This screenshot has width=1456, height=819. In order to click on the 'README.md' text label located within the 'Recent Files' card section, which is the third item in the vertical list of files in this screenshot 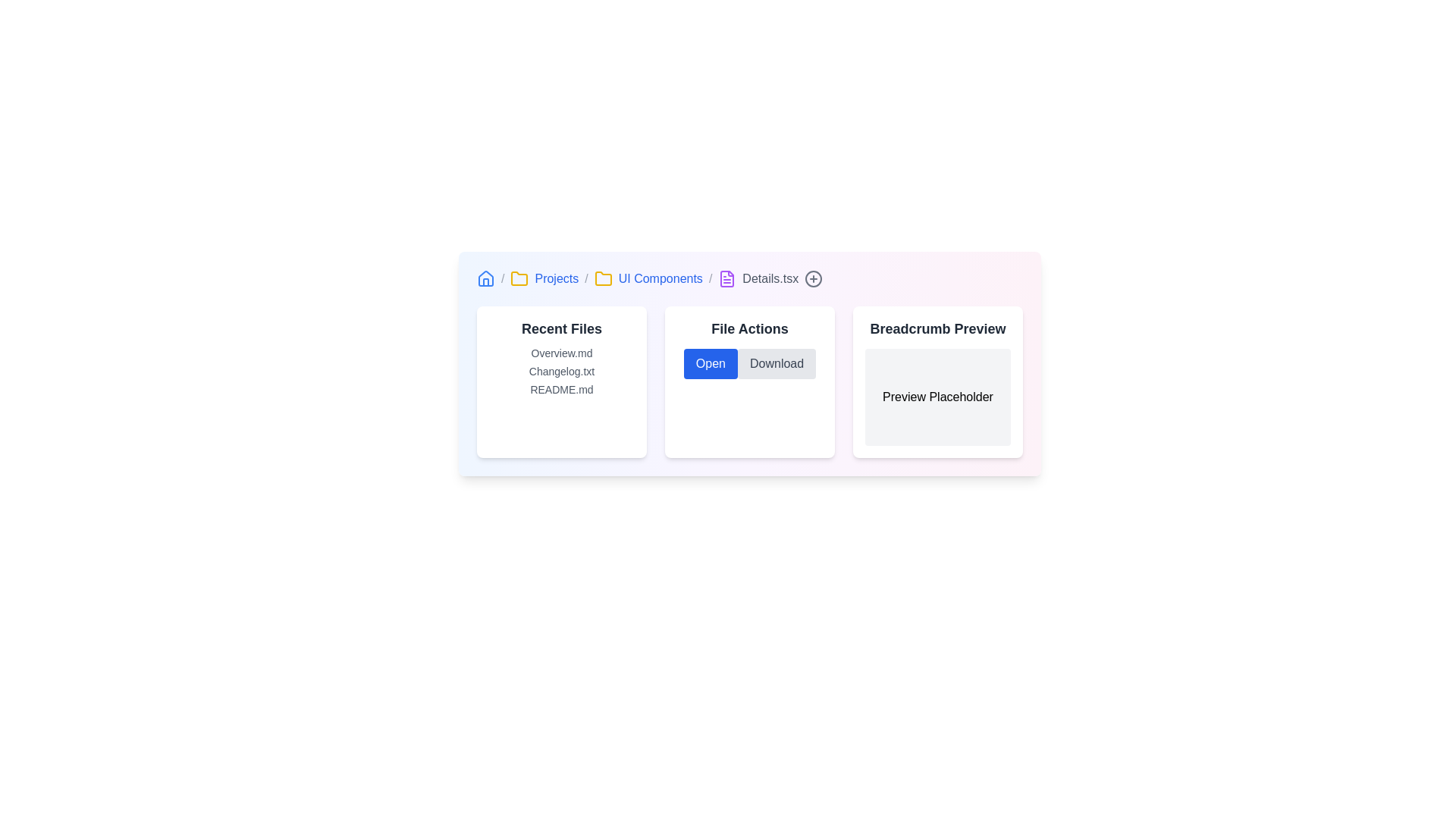, I will do `click(560, 388)`.